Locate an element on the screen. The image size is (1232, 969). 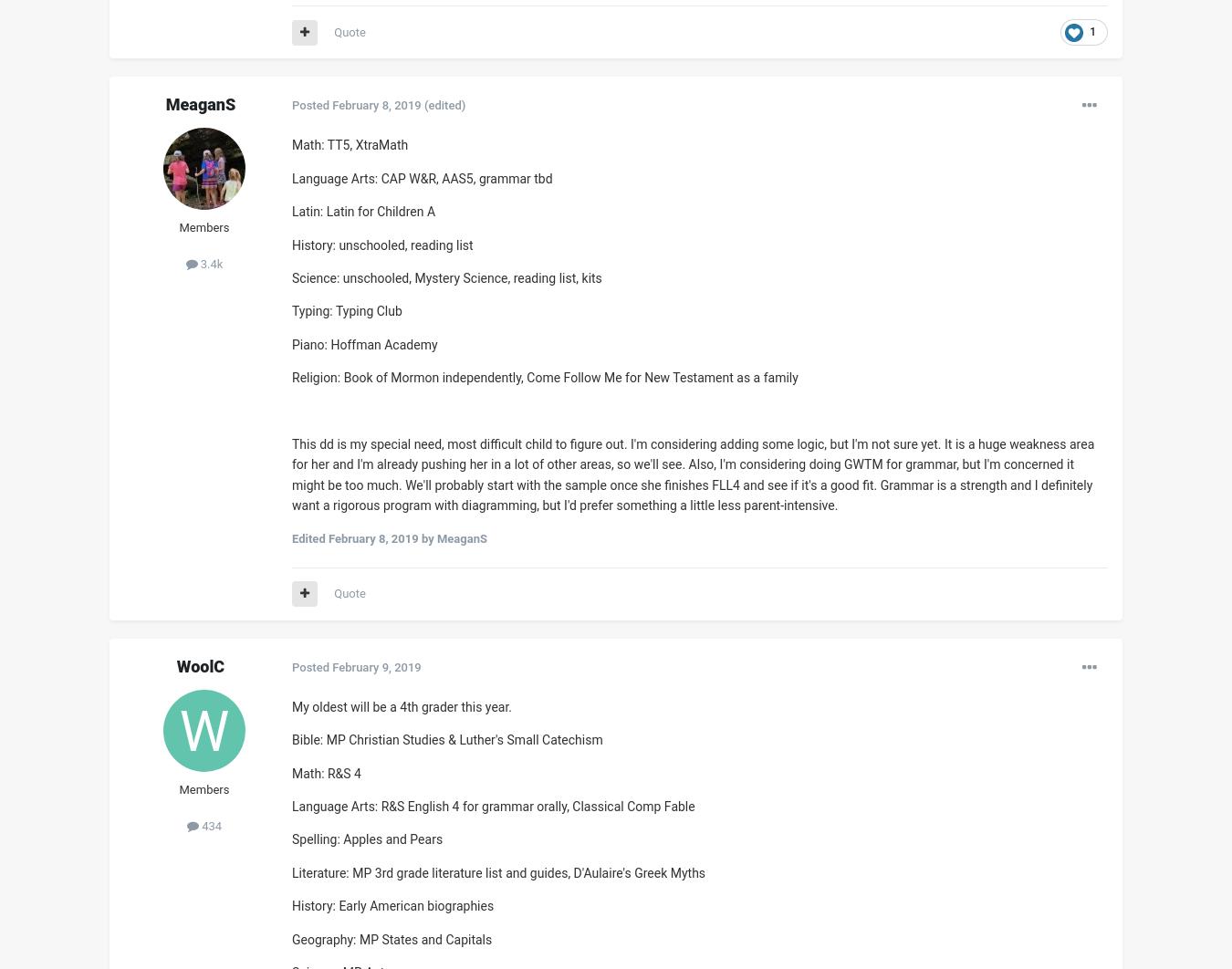
'by MeaganS' is located at coordinates (417, 538).